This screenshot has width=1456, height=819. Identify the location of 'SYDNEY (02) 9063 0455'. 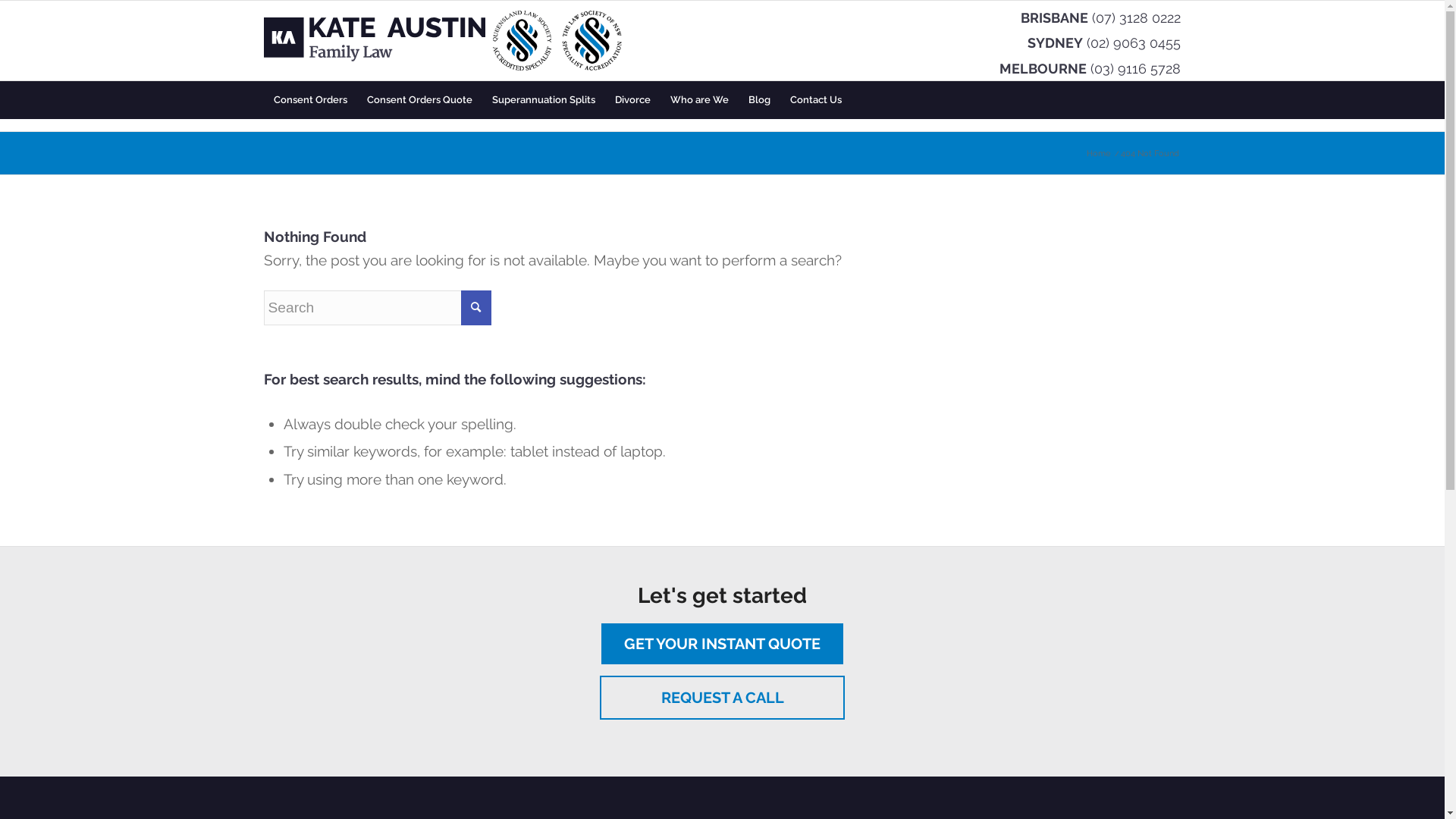
(1027, 41).